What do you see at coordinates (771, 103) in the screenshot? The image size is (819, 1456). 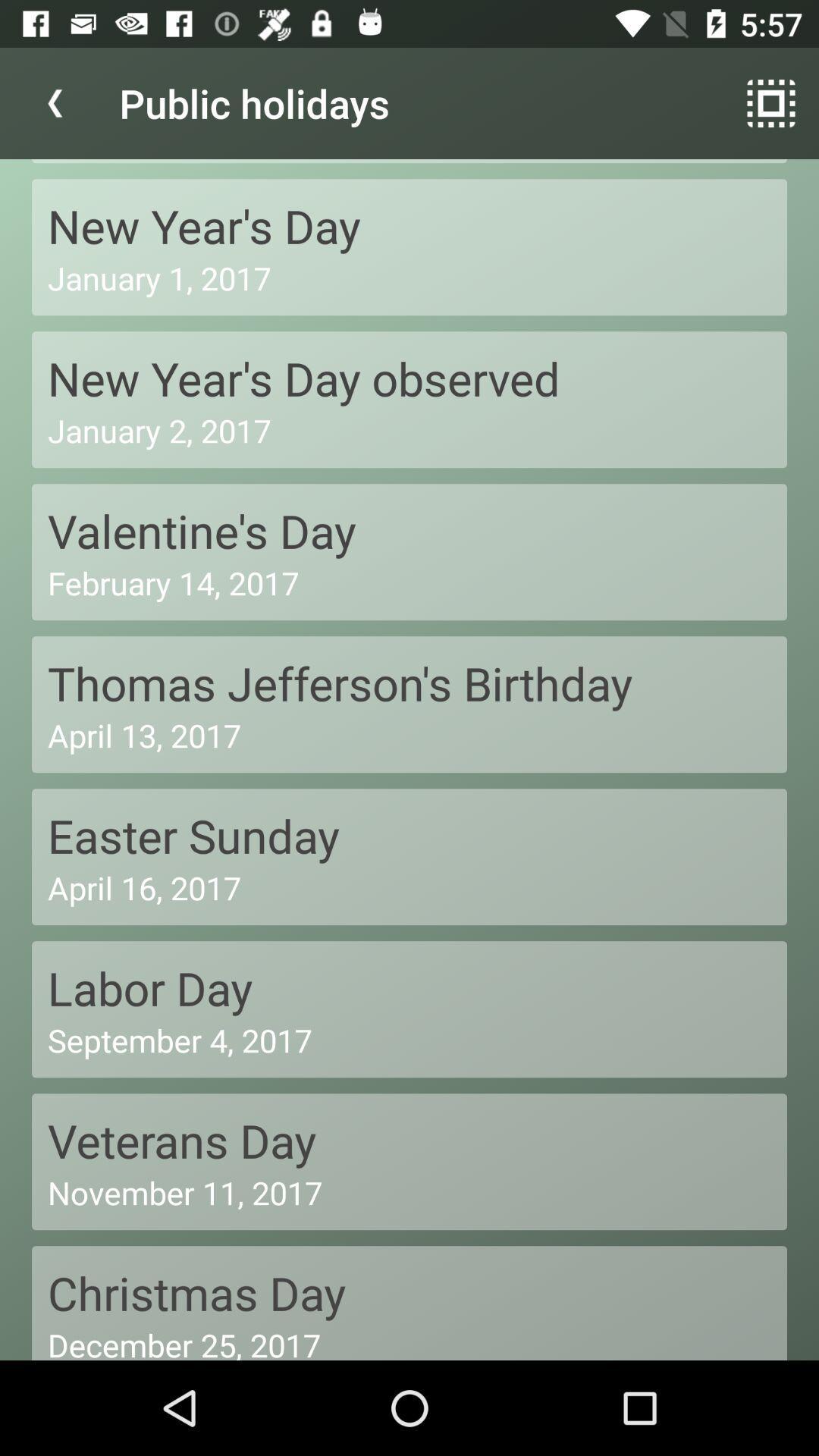 I see `symbol next to public holidays` at bounding box center [771, 103].